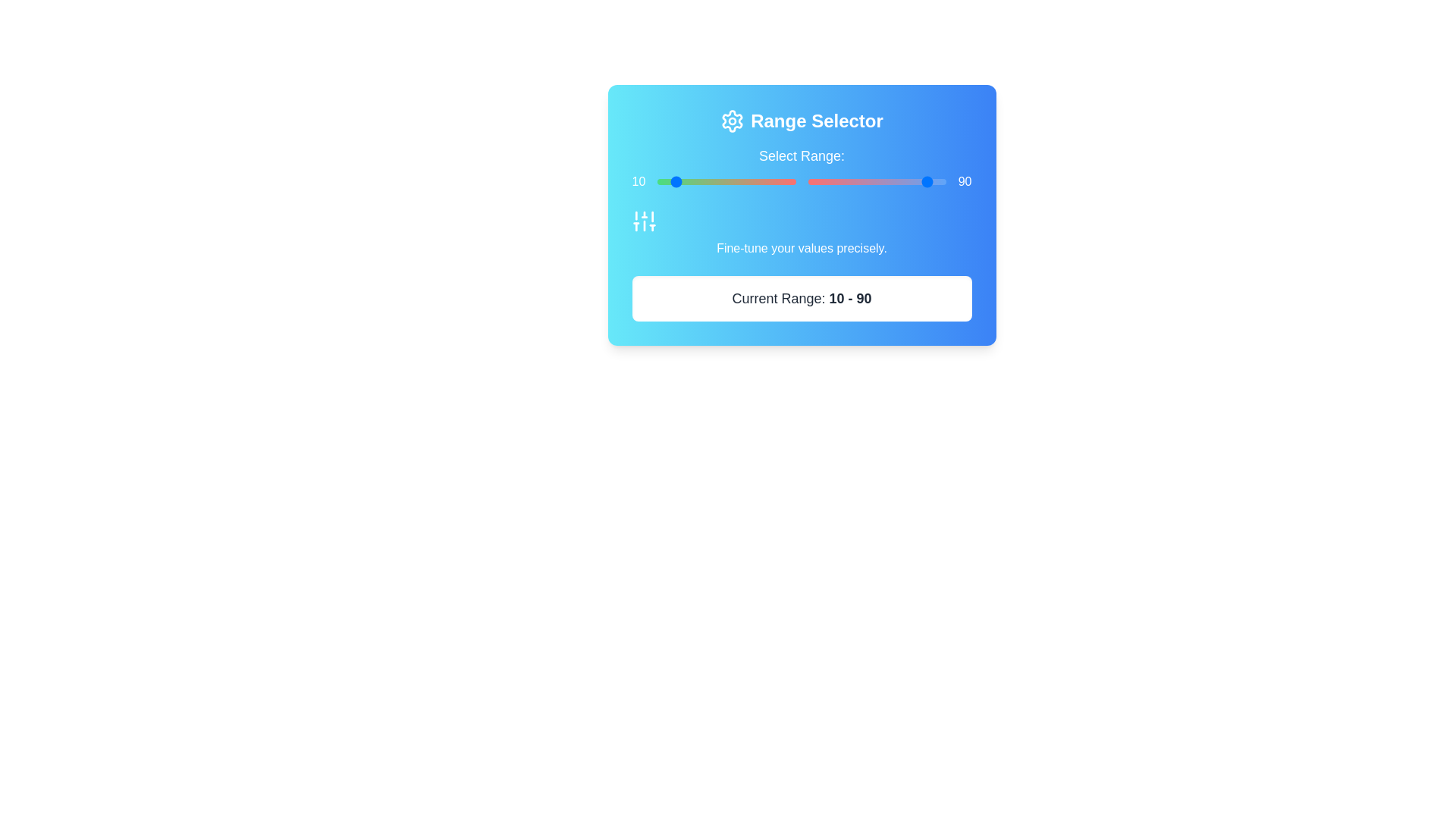 The height and width of the screenshot is (819, 1456). Describe the element at coordinates (784, 180) in the screenshot. I see `the left range slider to set the starting value to 92` at that location.